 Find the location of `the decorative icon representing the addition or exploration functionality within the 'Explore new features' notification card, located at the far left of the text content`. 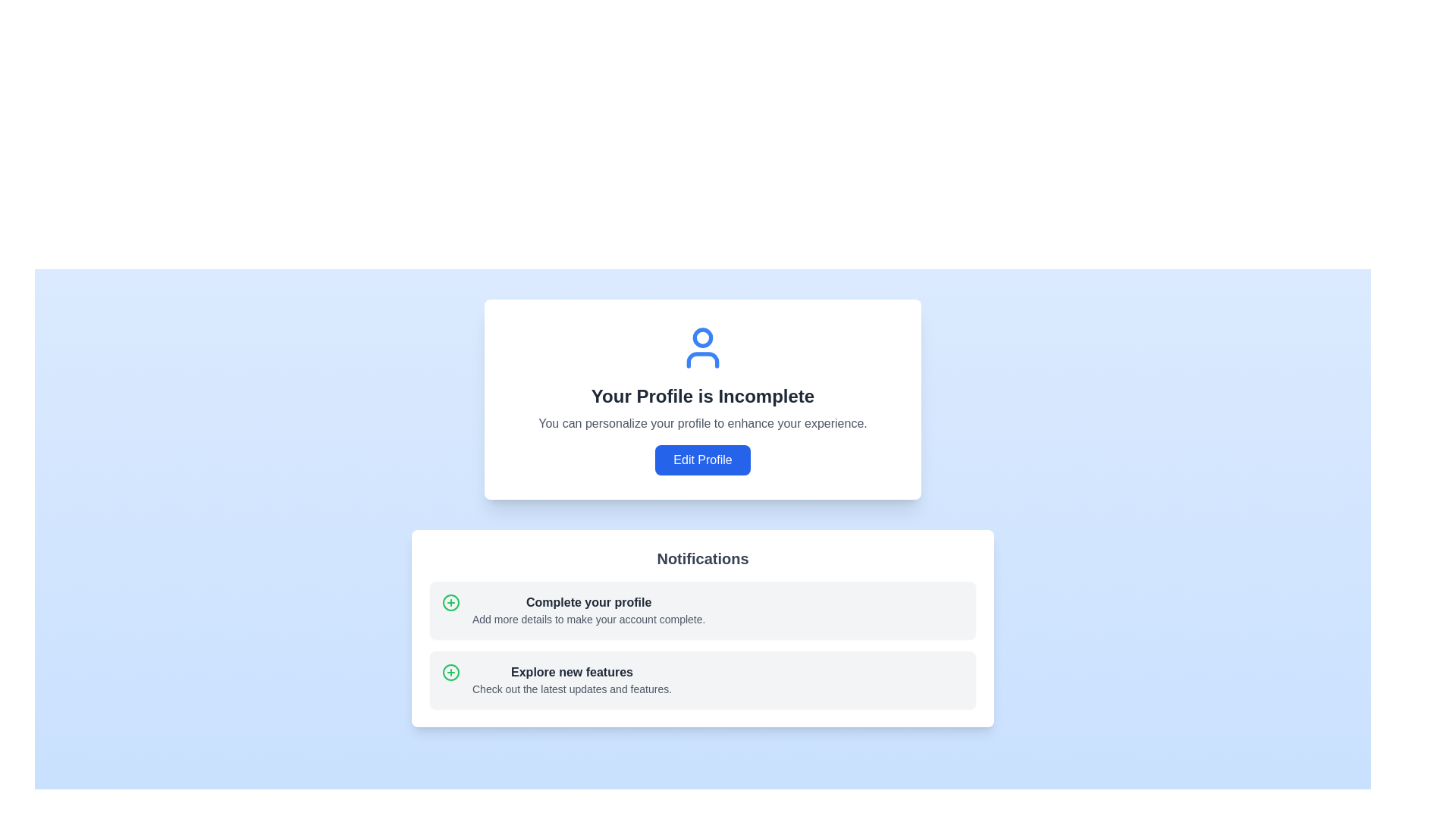

the decorative icon representing the addition or exploration functionality within the 'Explore new features' notification card, located at the far left of the text content is located at coordinates (450, 672).